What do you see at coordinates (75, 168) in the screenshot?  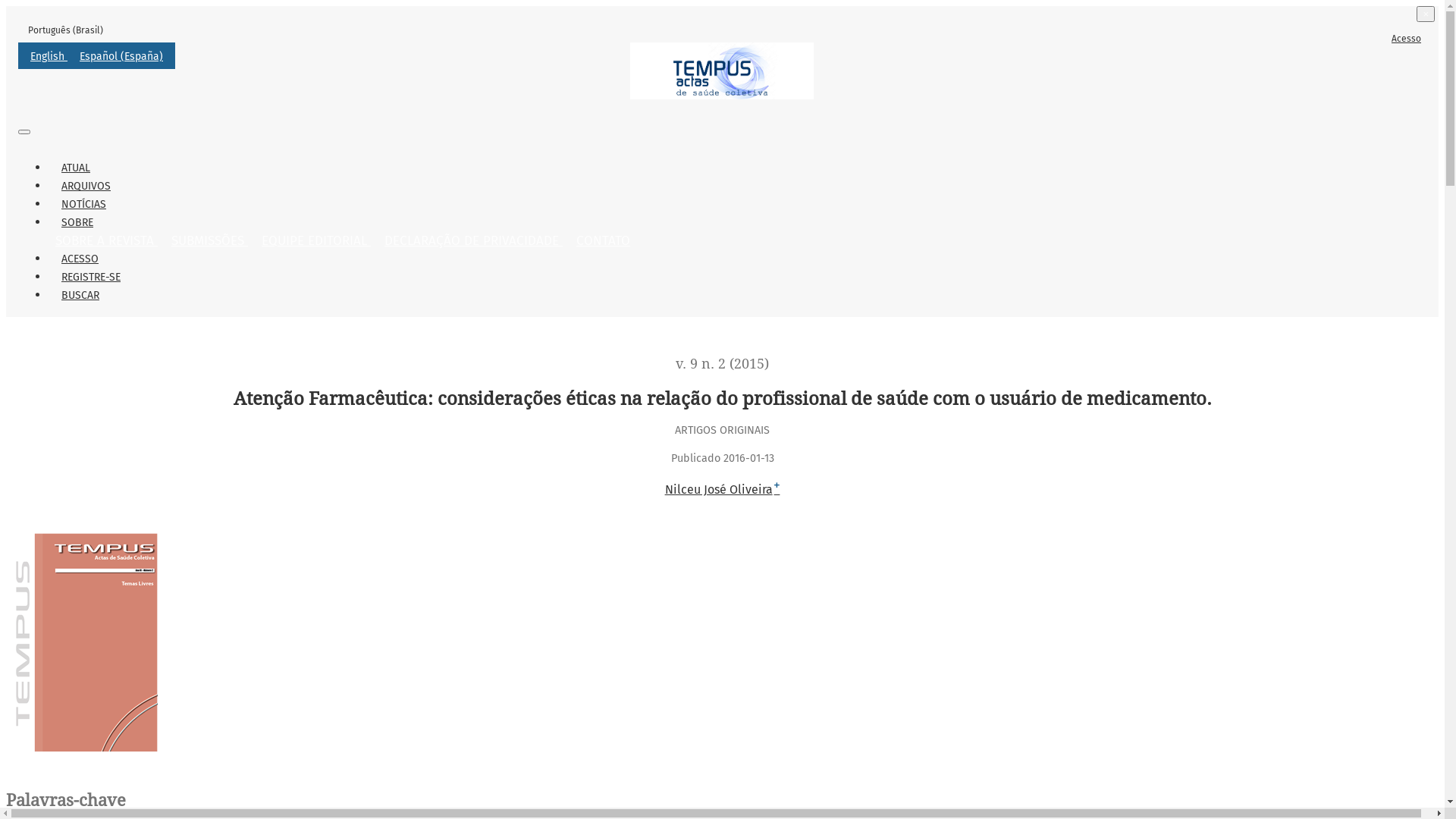 I see `'ATUAL'` at bounding box center [75, 168].